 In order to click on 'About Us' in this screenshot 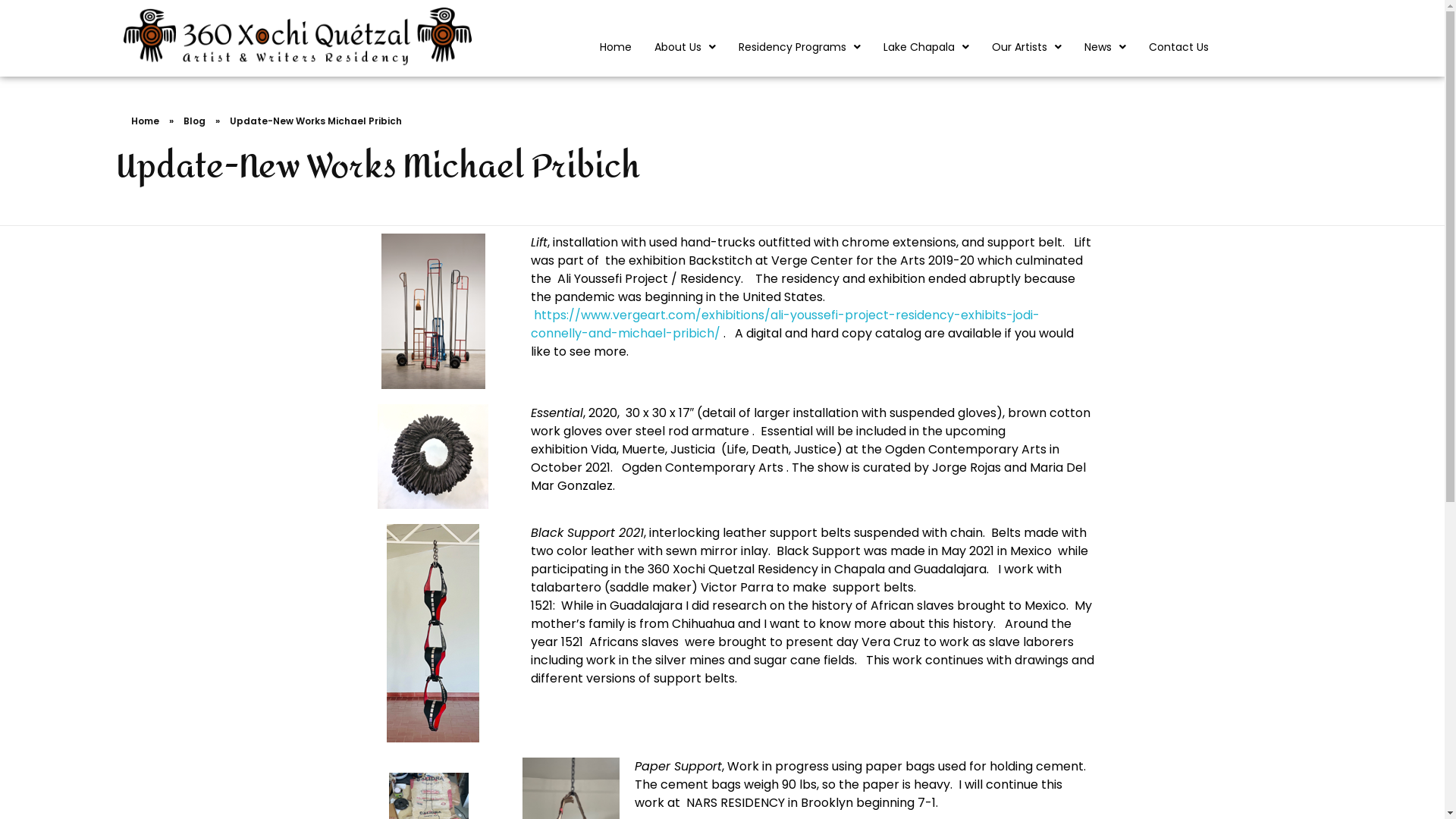, I will do `click(643, 45)`.